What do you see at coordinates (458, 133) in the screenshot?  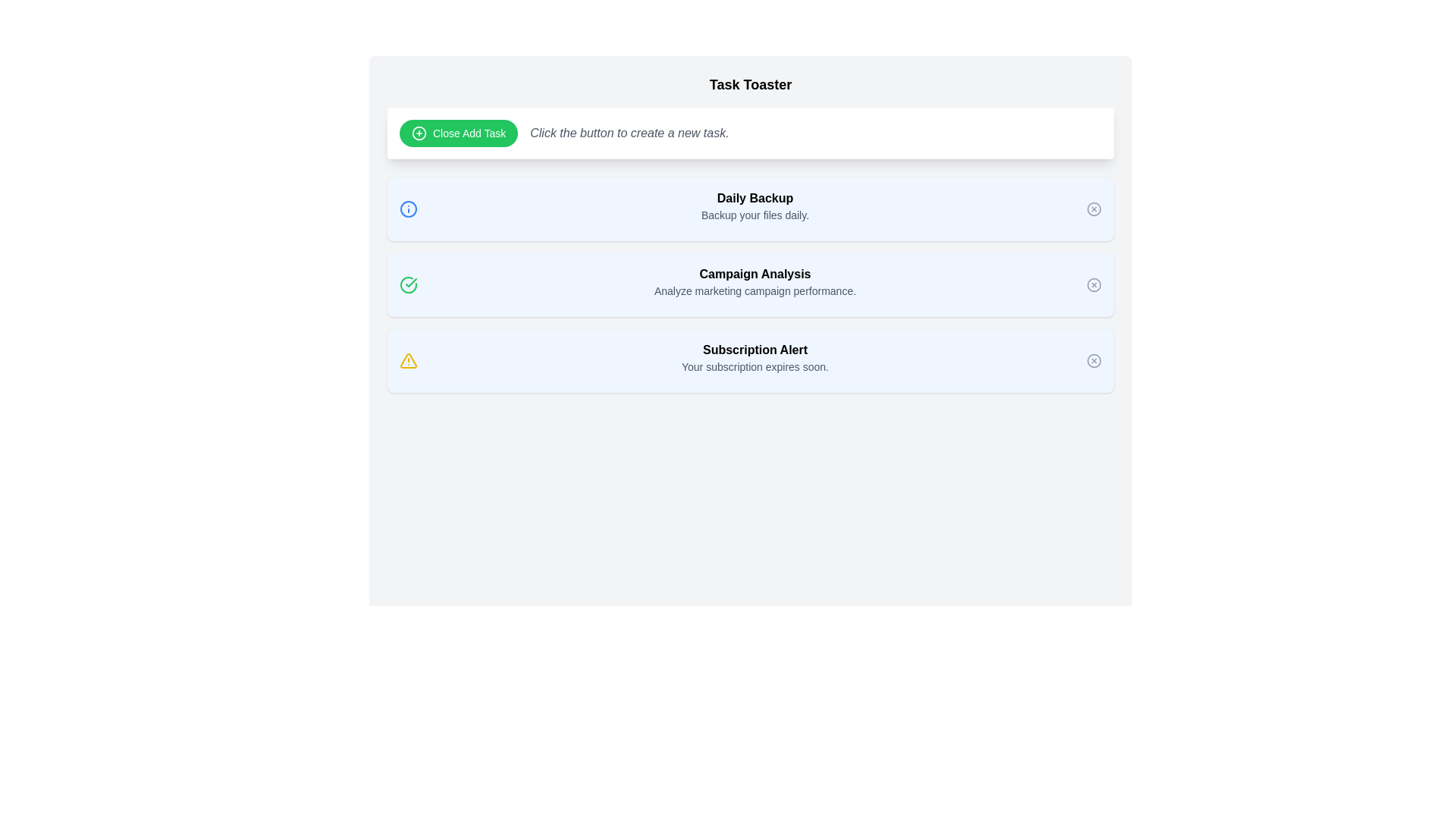 I see `the button in the top-left section of the white card labeled 'Click the button to create a new task'` at bounding box center [458, 133].